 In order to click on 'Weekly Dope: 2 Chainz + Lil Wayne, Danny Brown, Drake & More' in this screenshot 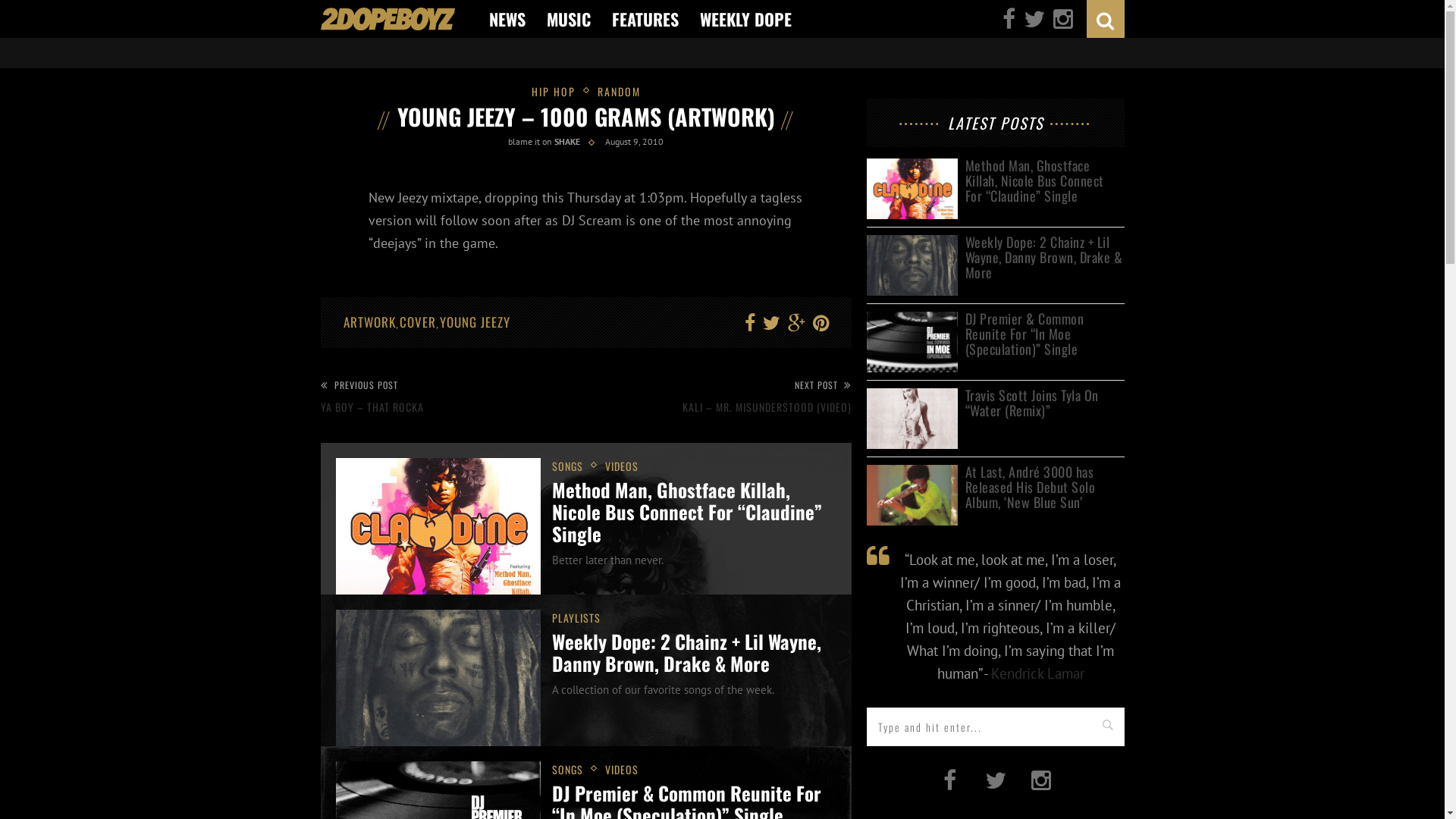, I will do `click(910, 242)`.